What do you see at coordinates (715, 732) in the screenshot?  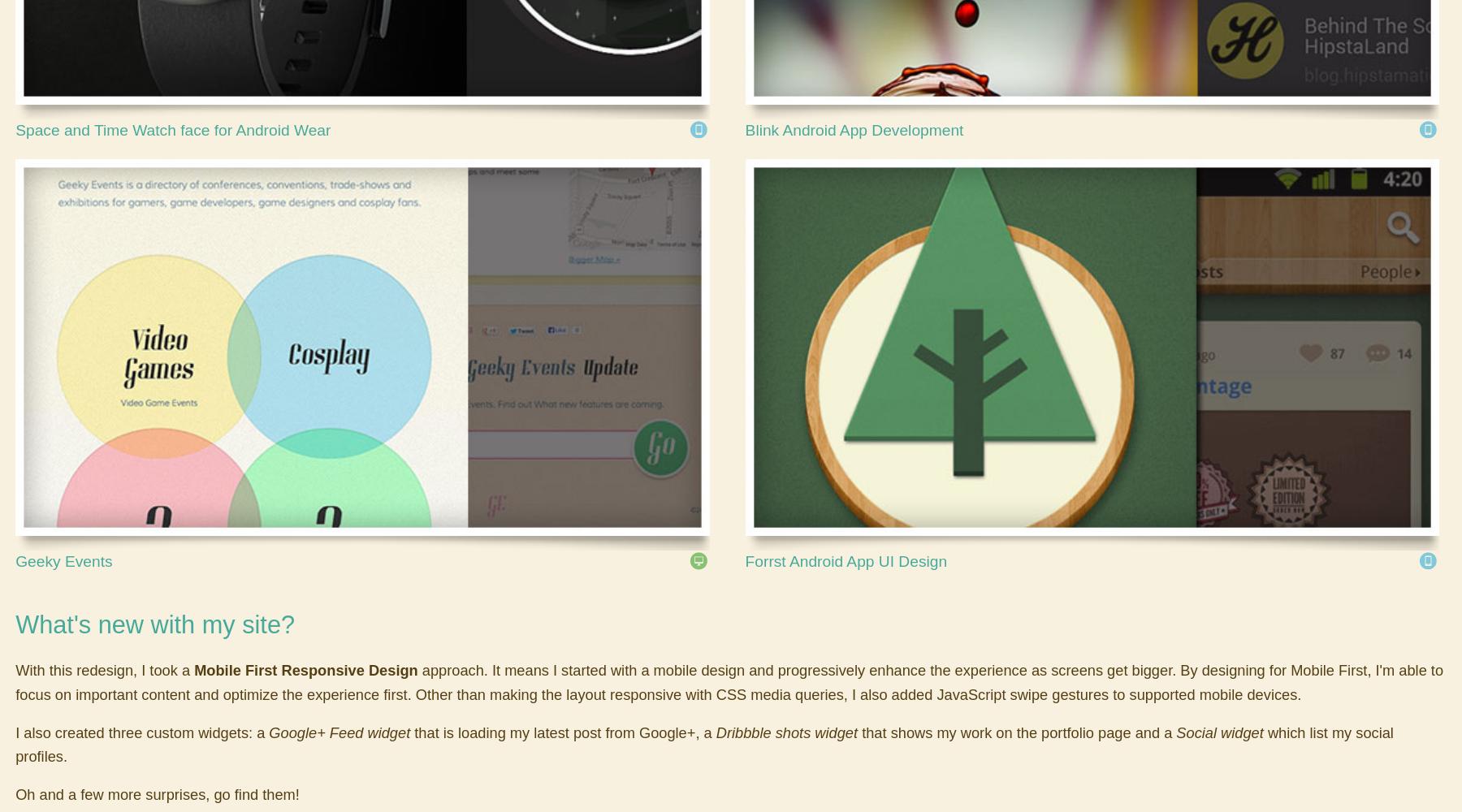 I see `'Dribbble shots widget'` at bounding box center [715, 732].